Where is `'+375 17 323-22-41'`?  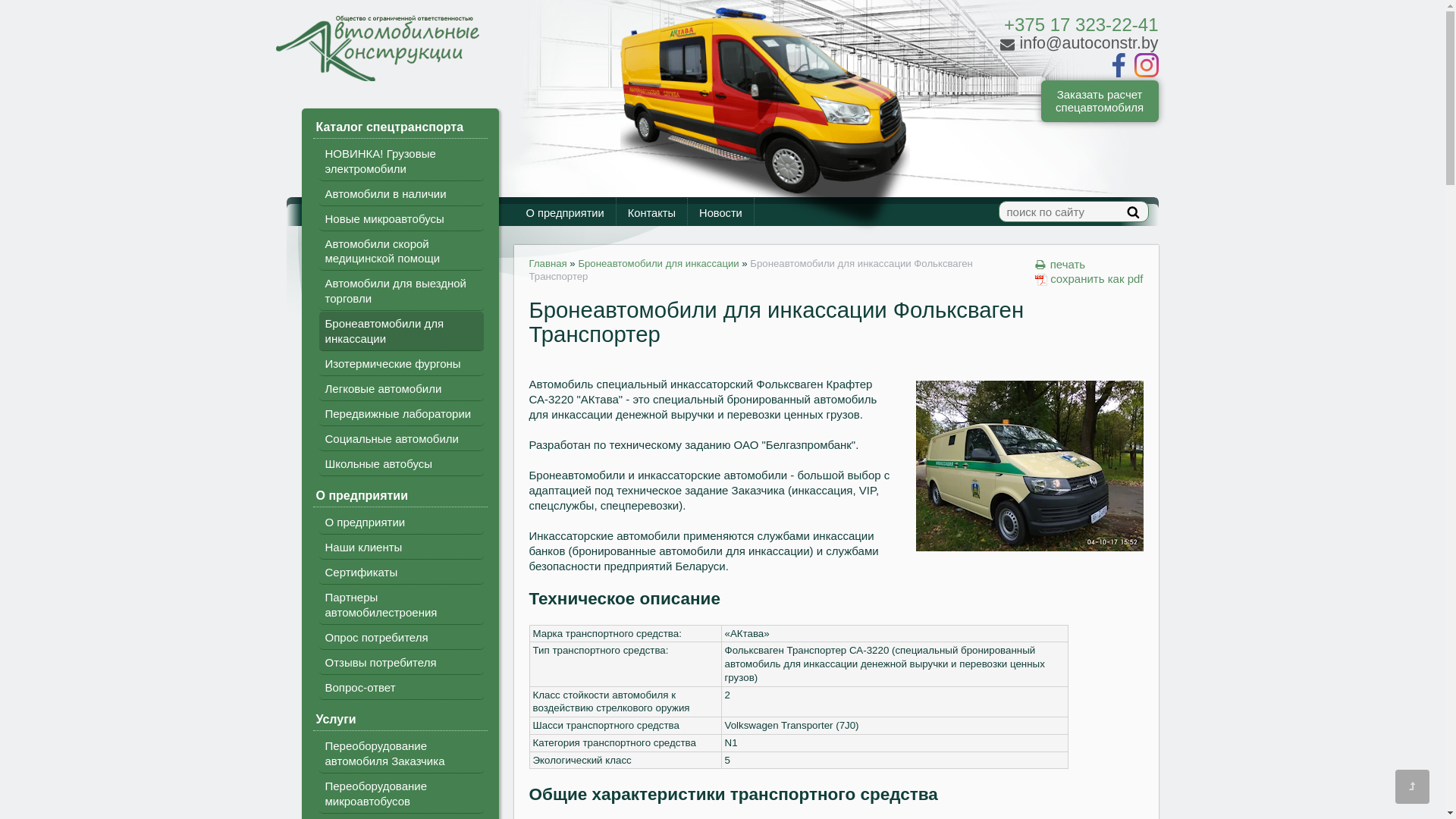 '+375 17 323-22-41' is located at coordinates (1080, 24).